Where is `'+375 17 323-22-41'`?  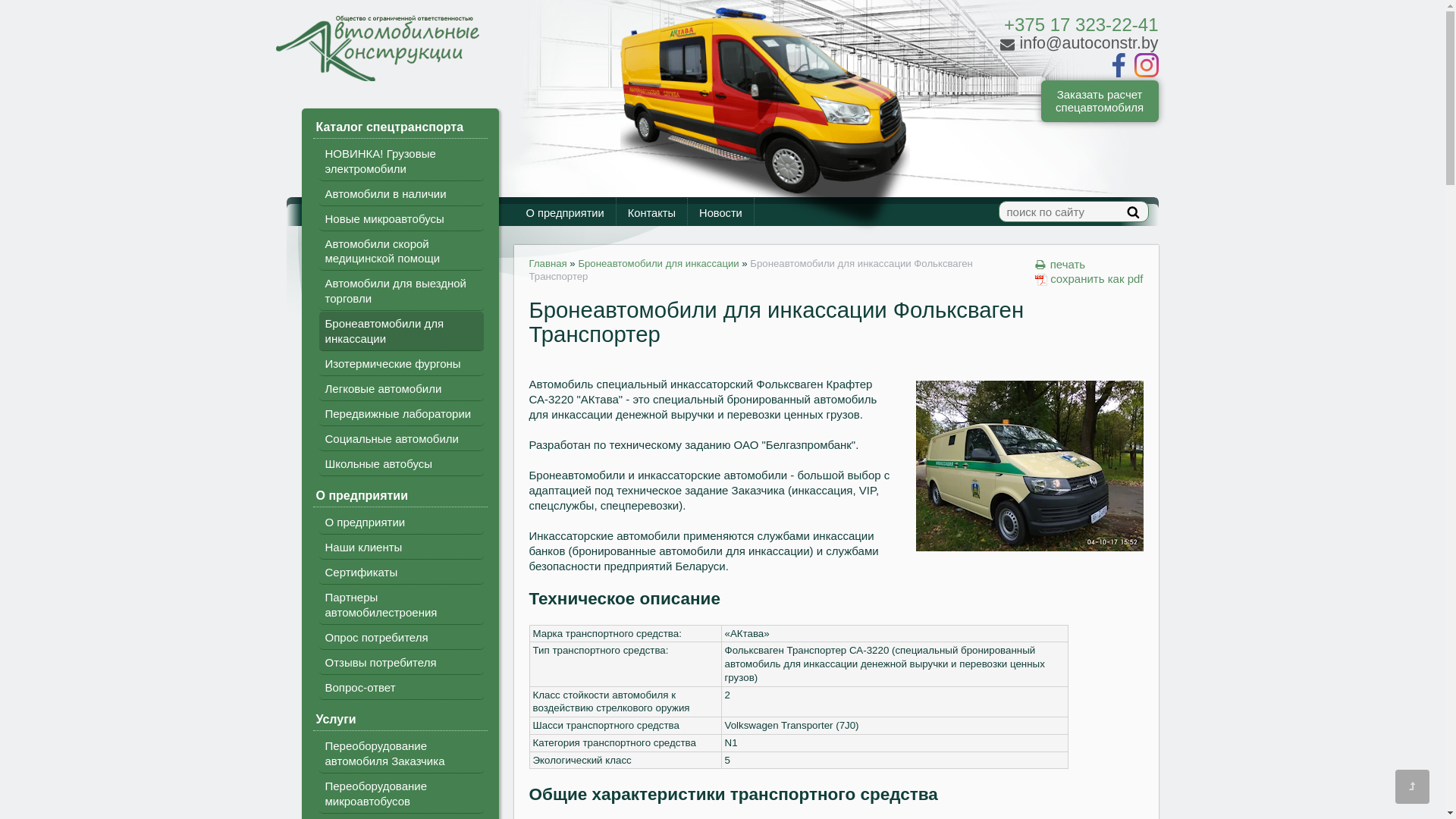 '+375 17 323-22-41' is located at coordinates (1080, 24).